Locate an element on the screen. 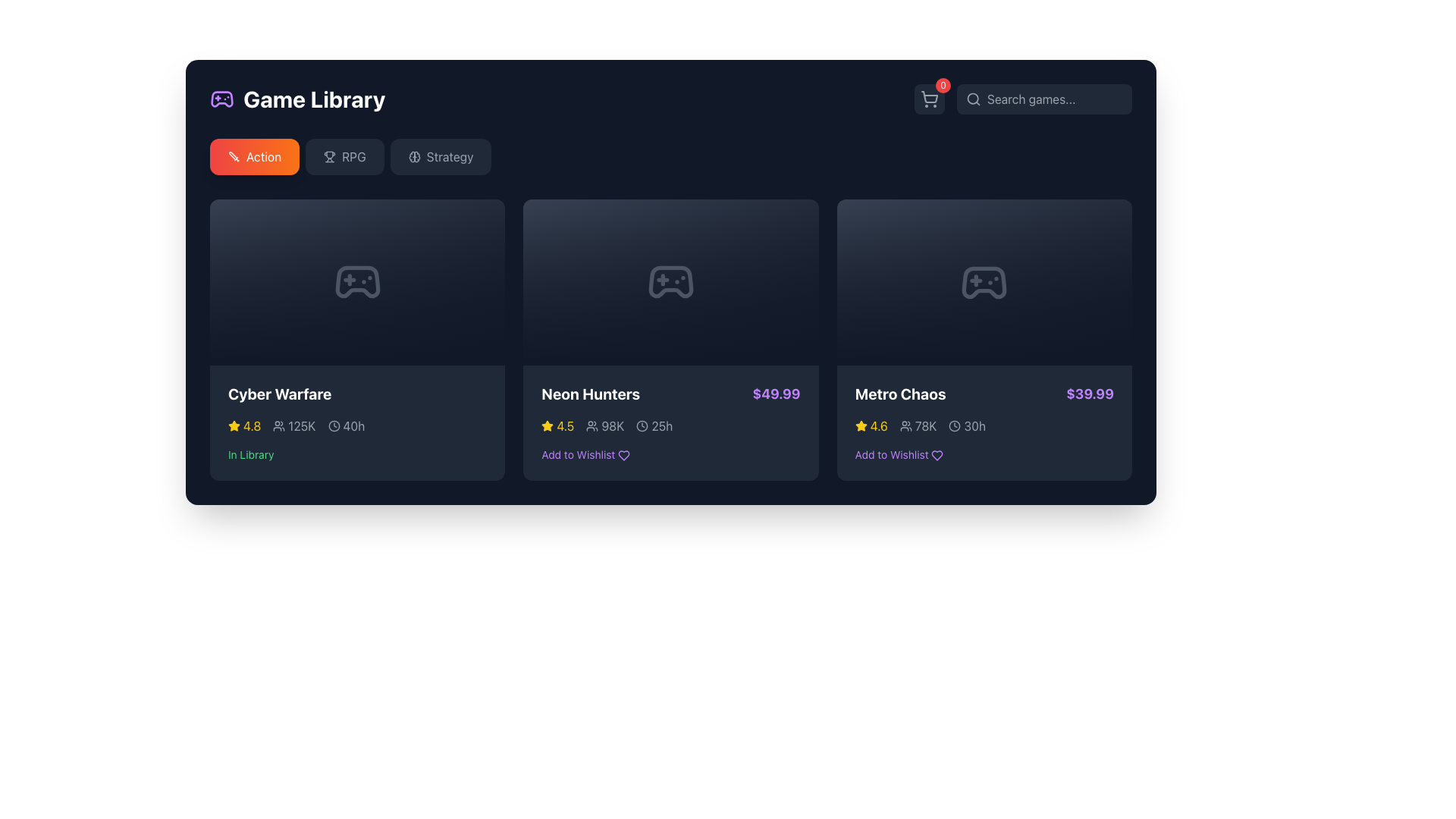 Image resolution: width=1456 pixels, height=819 pixels. the shopping cart icon, which is a modern line-art design with gray lines on a black background, located at the top-right corner of the interface next to the search bar is located at coordinates (928, 99).